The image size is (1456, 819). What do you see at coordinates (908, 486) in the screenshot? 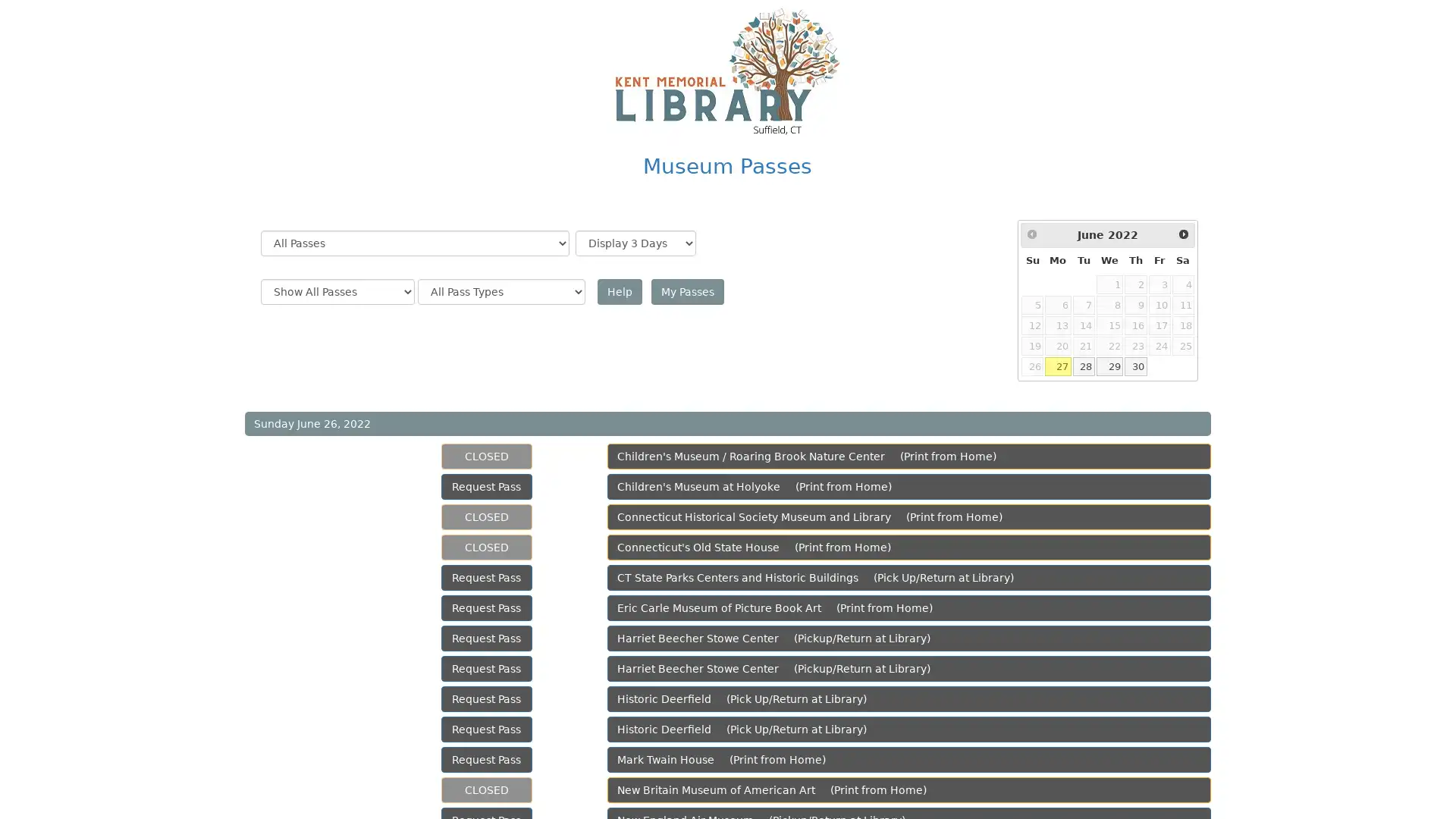
I see `Children's Museum at Holyoke     (Print from Home)` at bounding box center [908, 486].